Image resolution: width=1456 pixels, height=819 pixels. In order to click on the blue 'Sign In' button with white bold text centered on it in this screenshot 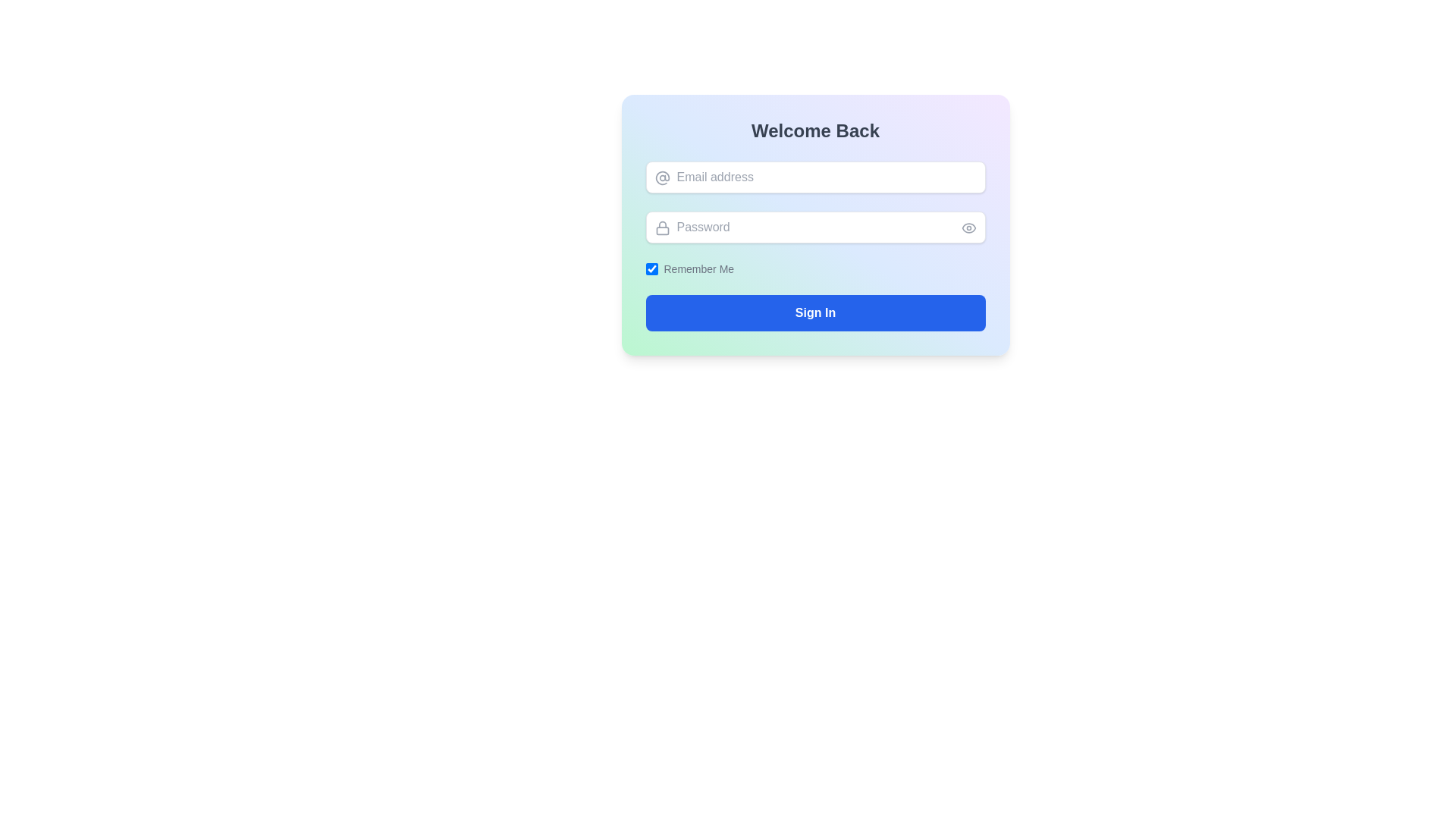, I will do `click(814, 312)`.